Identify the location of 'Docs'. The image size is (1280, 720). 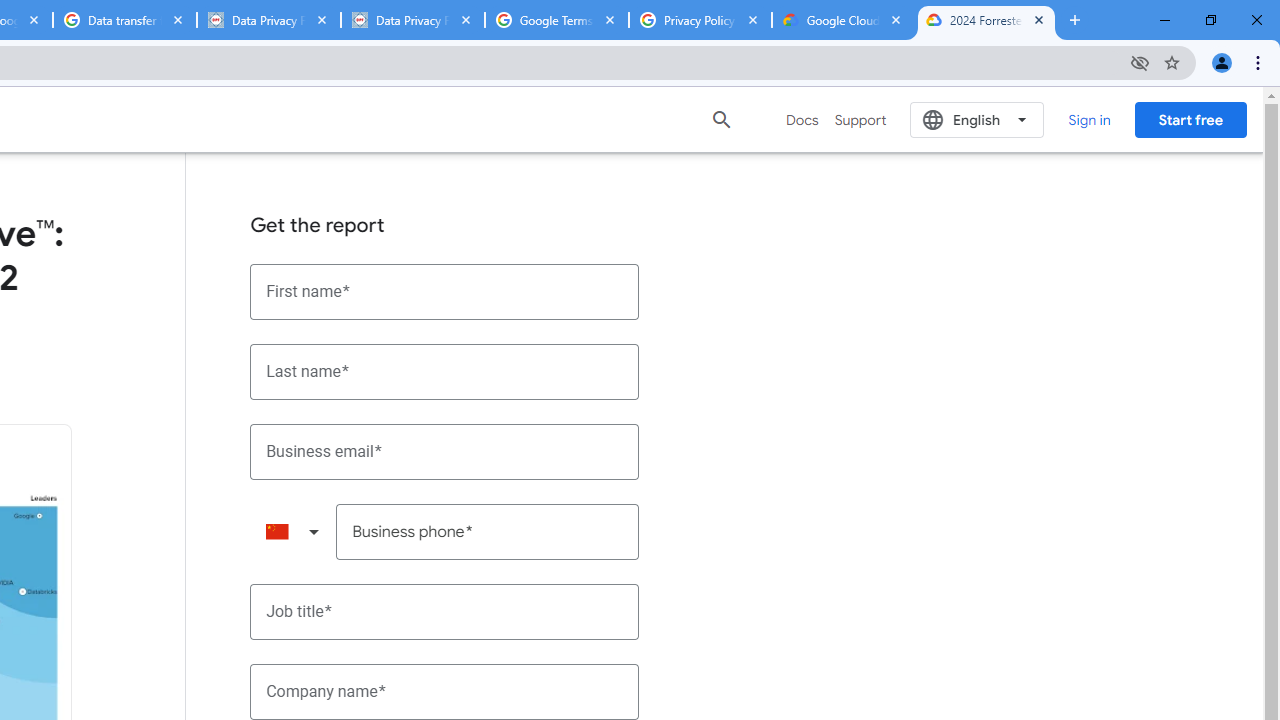
(802, 119).